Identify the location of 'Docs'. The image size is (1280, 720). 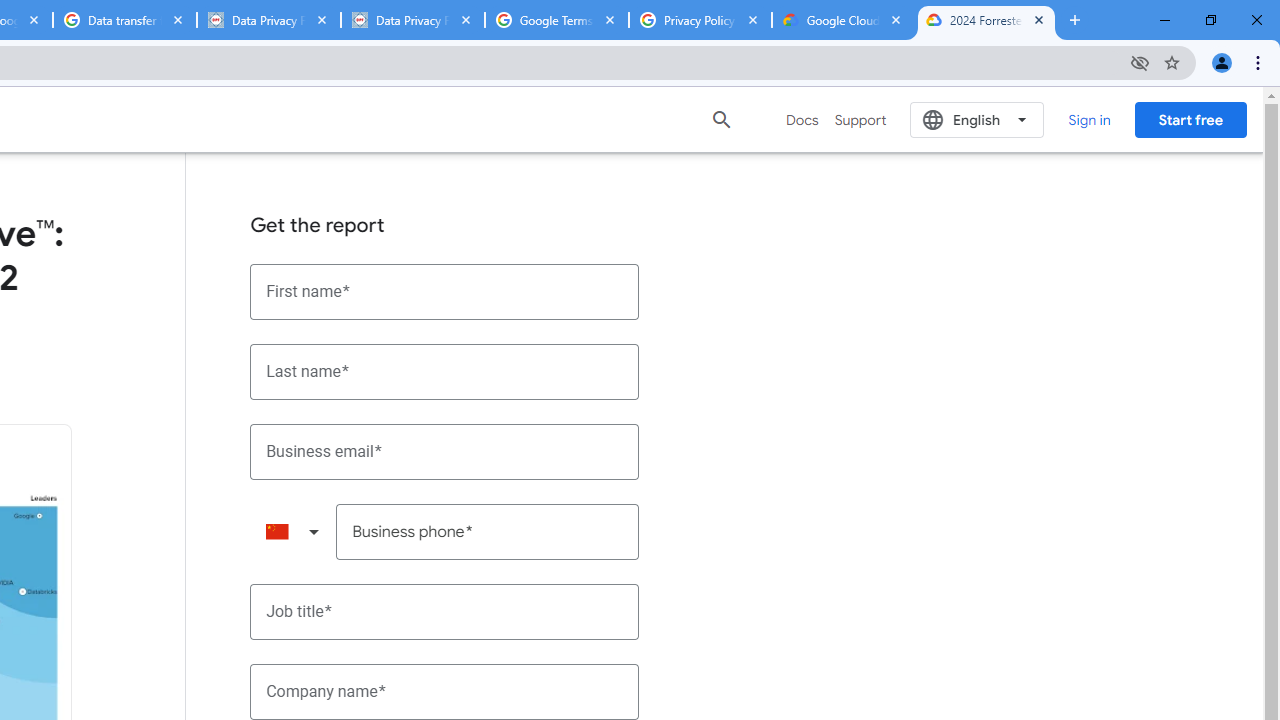
(802, 119).